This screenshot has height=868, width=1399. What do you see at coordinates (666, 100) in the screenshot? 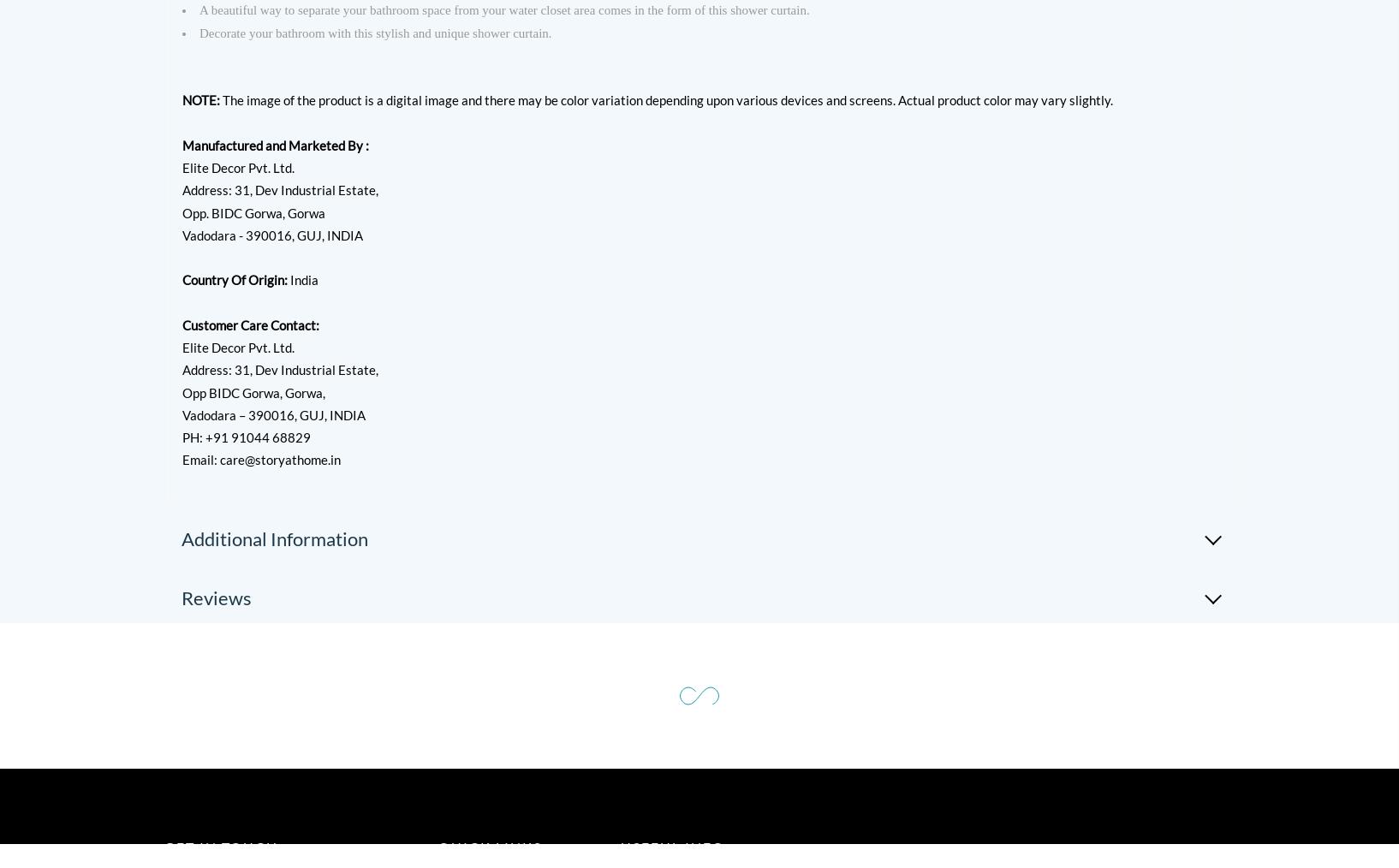
I see `'The image of the product is a digital image and there may be color variation depending upon various devices and screens. Actual product color may vary slightly.'` at bounding box center [666, 100].